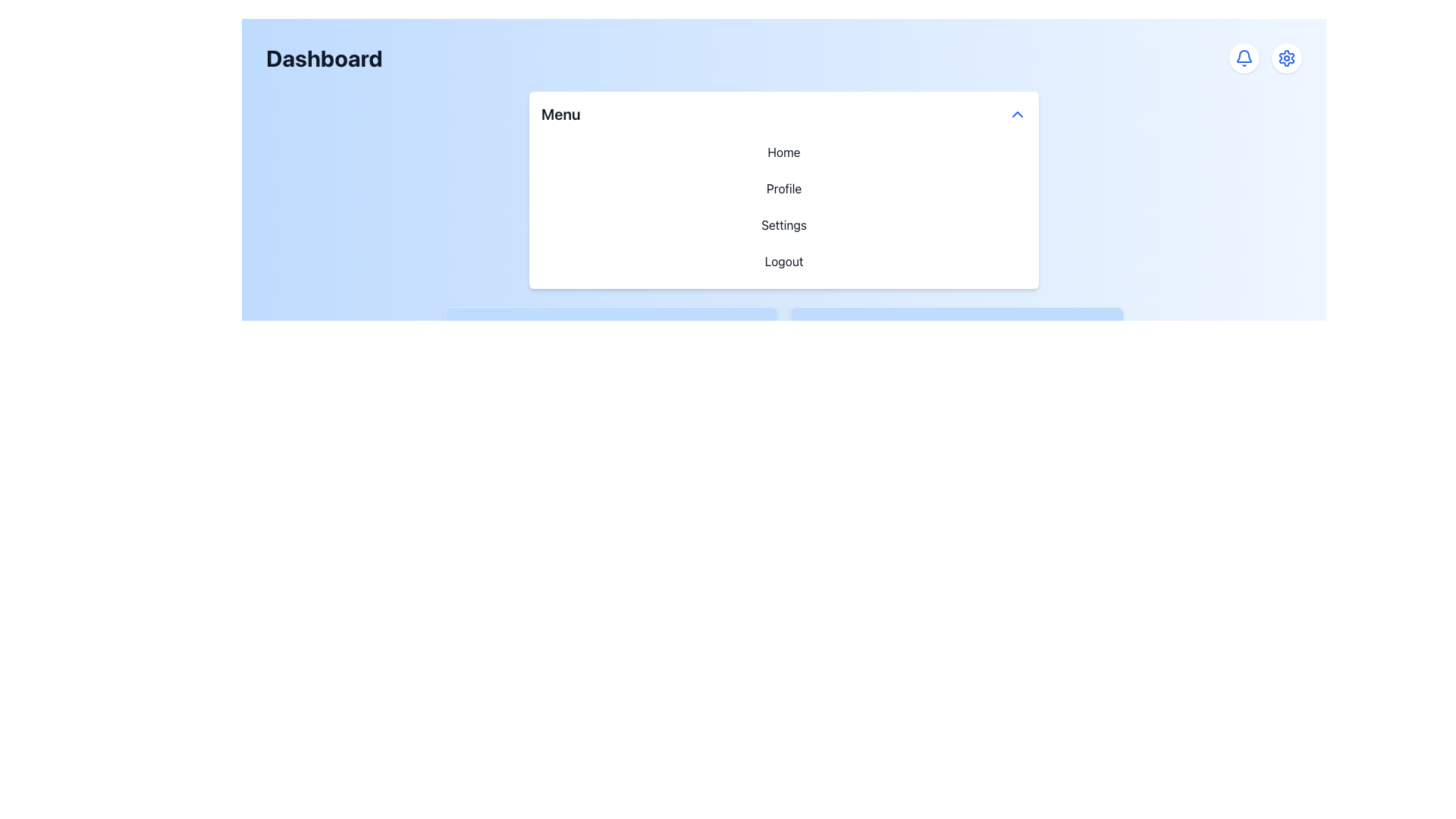 The image size is (1456, 819). Describe the element at coordinates (1018, 113) in the screenshot. I see `the icon` at that location.